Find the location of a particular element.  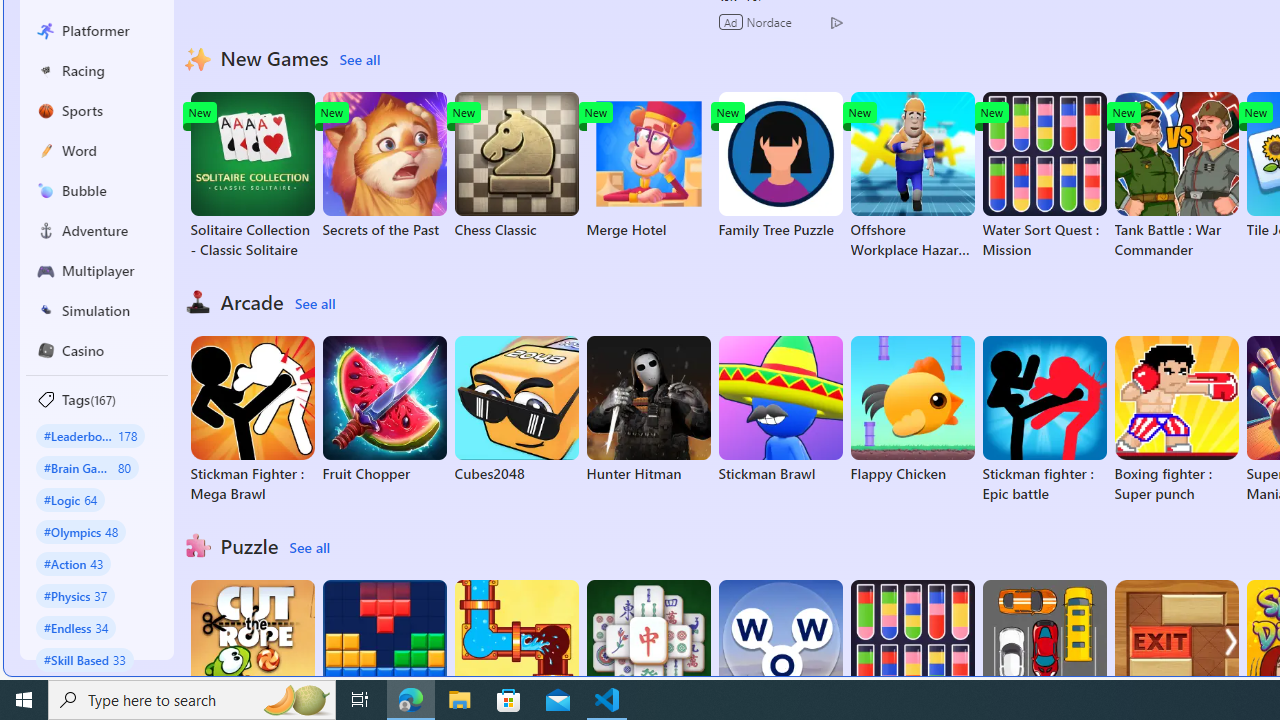

'Stickman Brawl' is located at coordinates (779, 409).